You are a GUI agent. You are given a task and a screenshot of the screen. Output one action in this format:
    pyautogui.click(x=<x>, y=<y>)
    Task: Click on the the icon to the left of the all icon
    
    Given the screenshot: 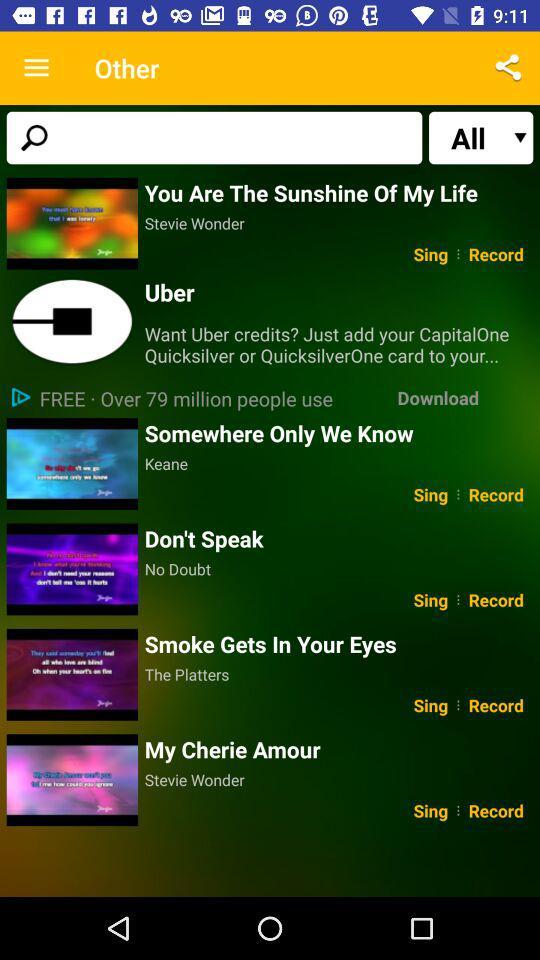 What is the action you would take?
    pyautogui.click(x=213, y=136)
    